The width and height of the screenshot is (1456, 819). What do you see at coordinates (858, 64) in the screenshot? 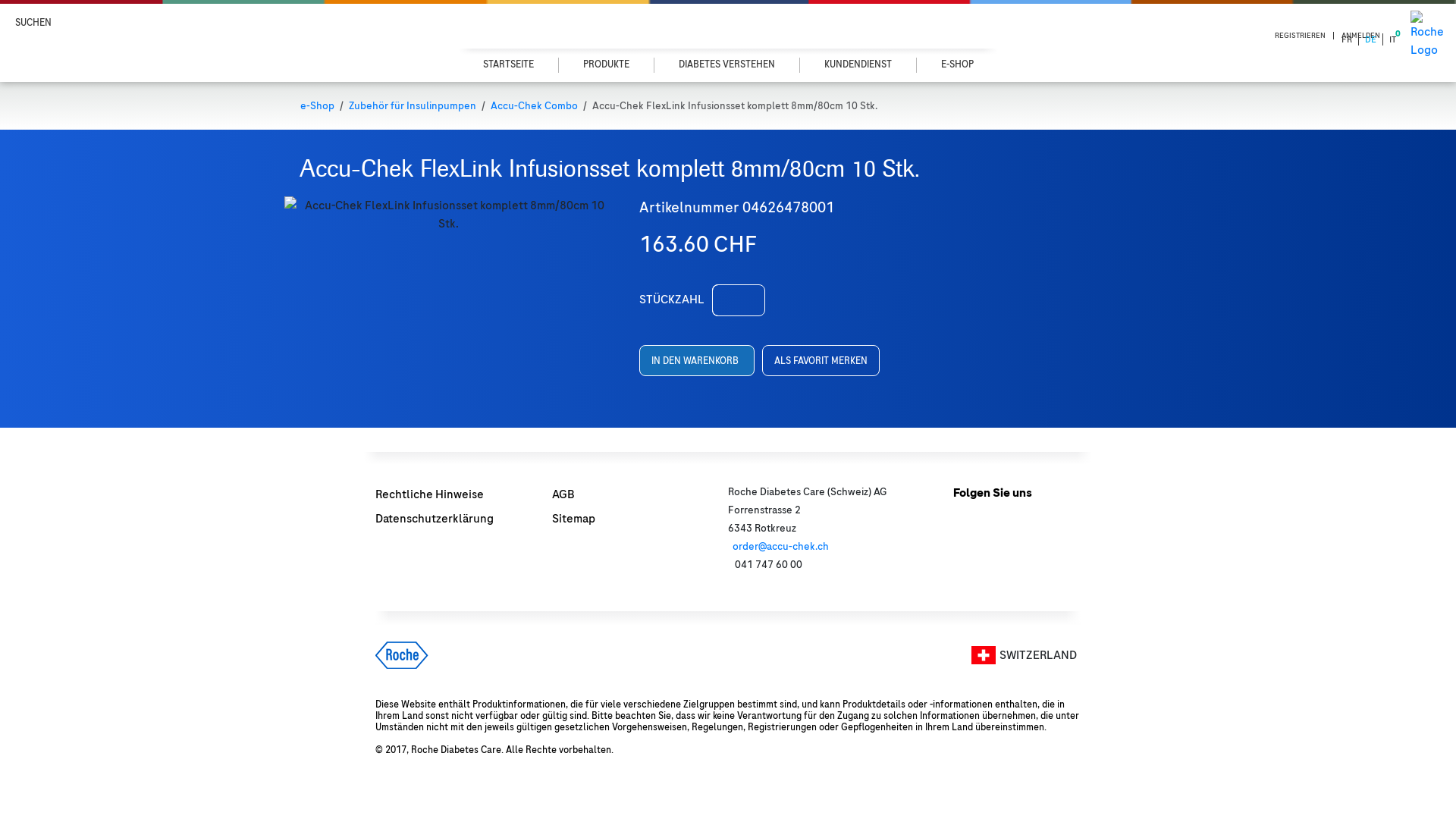
I see `'KUNDENDIENST'` at bounding box center [858, 64].